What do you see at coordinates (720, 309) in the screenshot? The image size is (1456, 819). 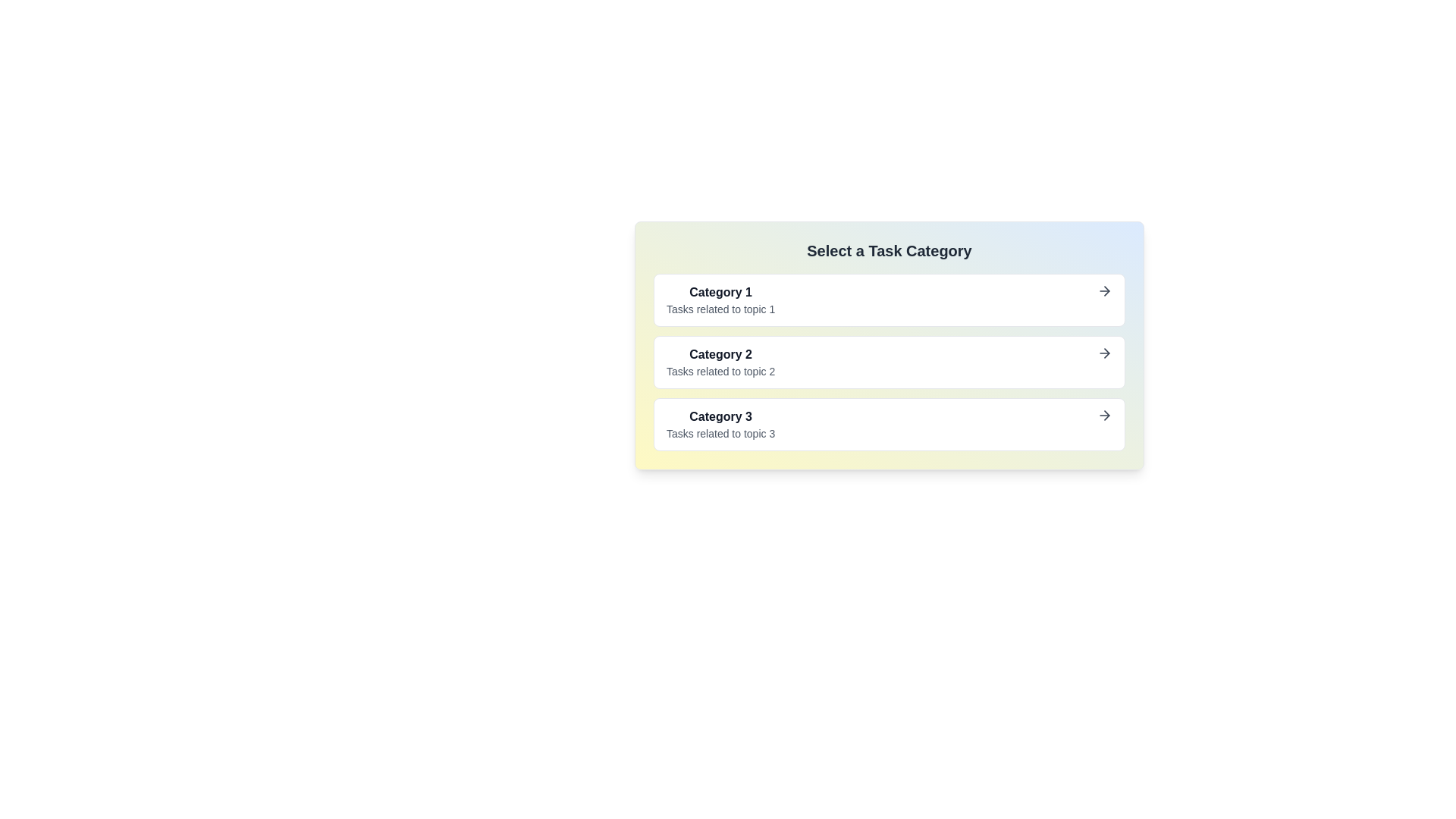 I see `the text label that displays 'Tasks related to topic 1', which is styled in a small gray font and located directly below the bold heading 'Category 1'` at bounding box center [720, 309].